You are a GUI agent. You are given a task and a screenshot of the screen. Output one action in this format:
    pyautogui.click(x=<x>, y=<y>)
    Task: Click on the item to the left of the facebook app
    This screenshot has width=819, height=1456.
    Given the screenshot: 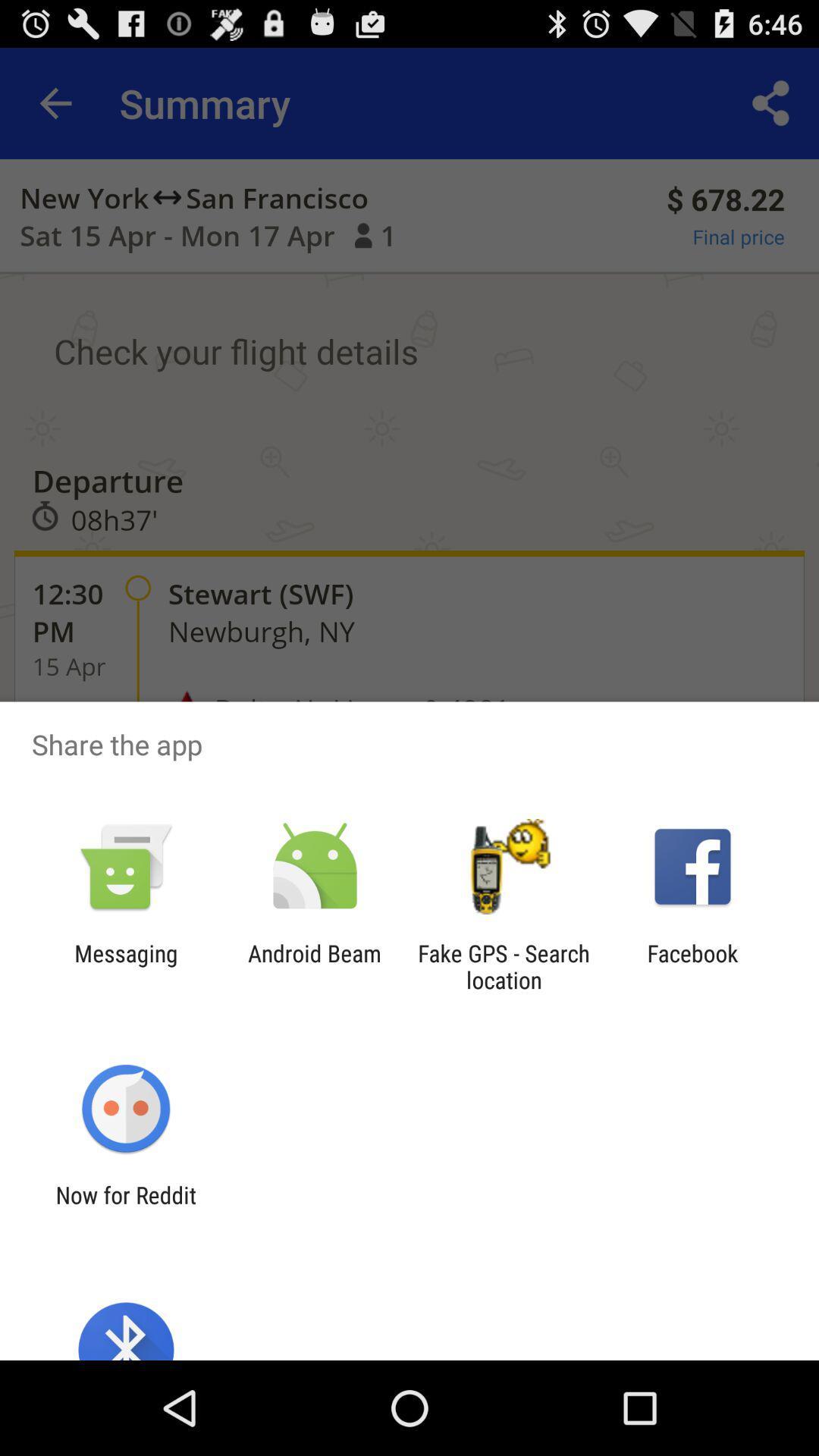 What is the action you would take?
    pyautogui.click(x=504, y=966)
    